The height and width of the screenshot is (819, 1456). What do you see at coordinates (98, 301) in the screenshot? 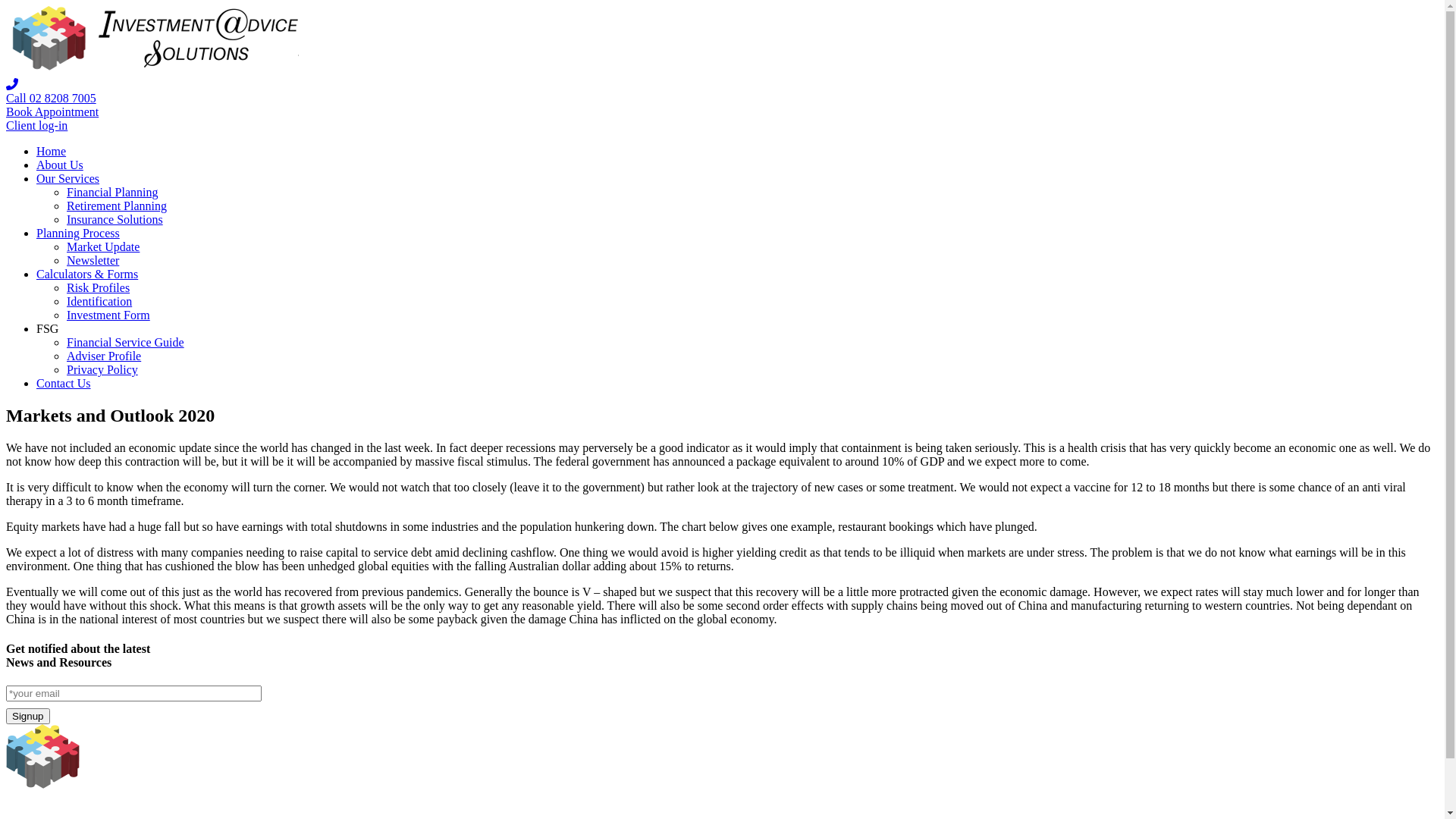
I see `'Identification'` at bounding box center [98, 301].